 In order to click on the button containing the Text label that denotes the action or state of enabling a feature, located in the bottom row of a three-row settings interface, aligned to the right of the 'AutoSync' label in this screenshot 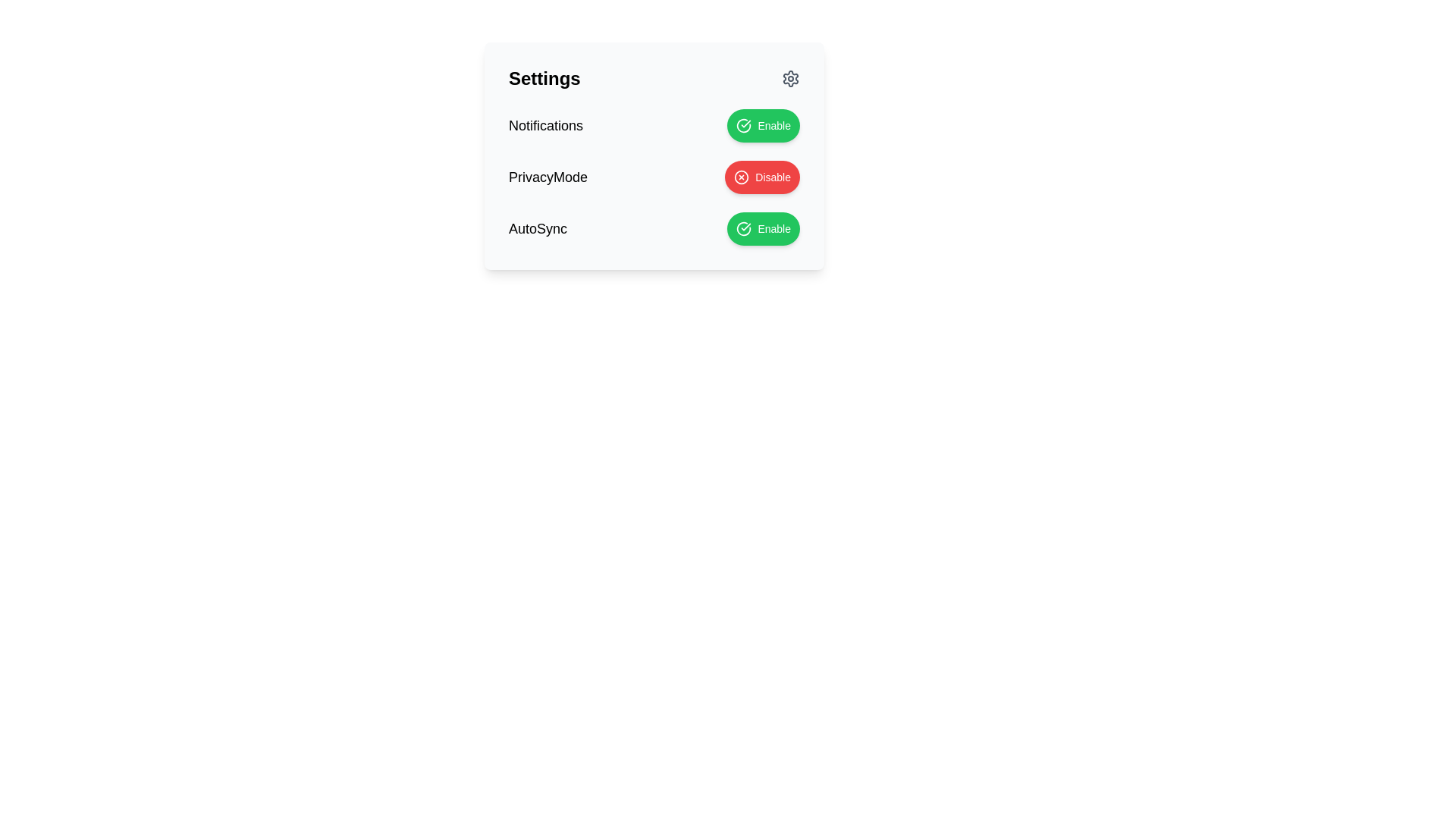, I will do `click(774, 124)`.